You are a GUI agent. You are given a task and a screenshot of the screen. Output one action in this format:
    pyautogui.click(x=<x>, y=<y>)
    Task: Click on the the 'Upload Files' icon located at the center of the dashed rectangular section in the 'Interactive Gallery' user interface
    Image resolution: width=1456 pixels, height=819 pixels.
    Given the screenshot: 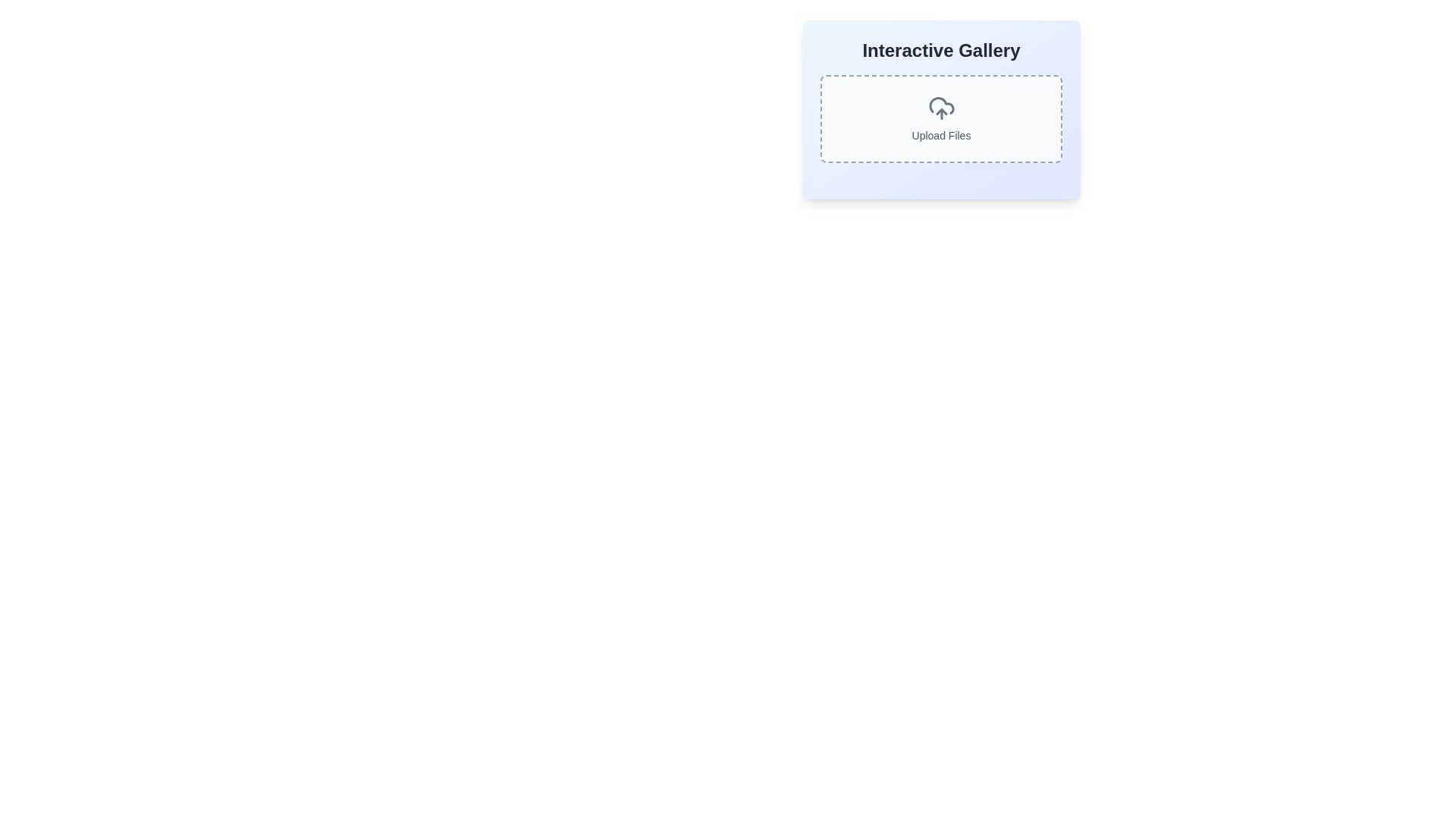 What is the action you would take?
    pyautogui.click(x=940, y=107)
    